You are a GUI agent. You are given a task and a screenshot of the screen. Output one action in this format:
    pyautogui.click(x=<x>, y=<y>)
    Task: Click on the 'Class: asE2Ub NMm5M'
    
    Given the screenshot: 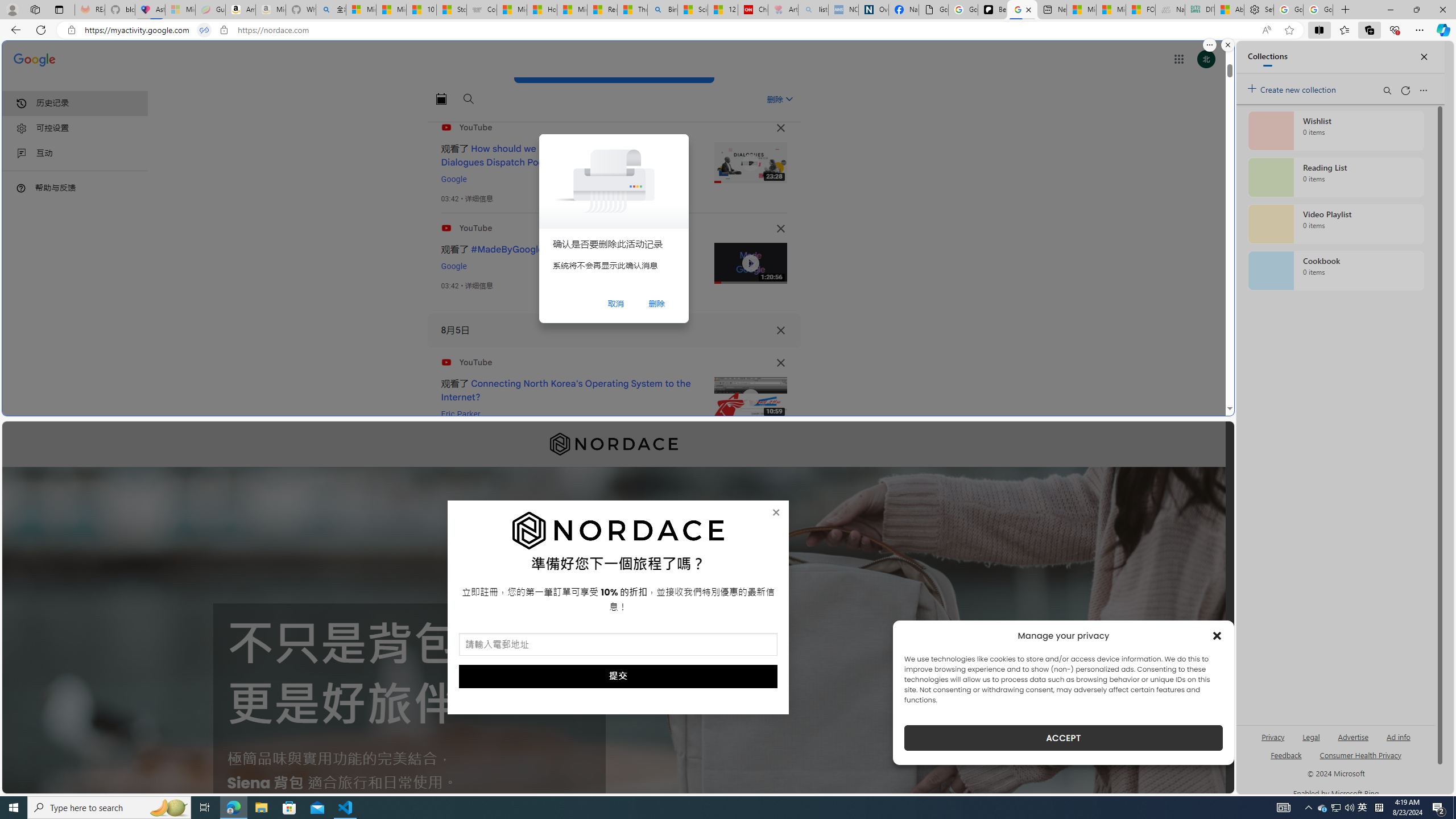 What is the action you would take?
    pyautogui.click(x=788, y=98)
    